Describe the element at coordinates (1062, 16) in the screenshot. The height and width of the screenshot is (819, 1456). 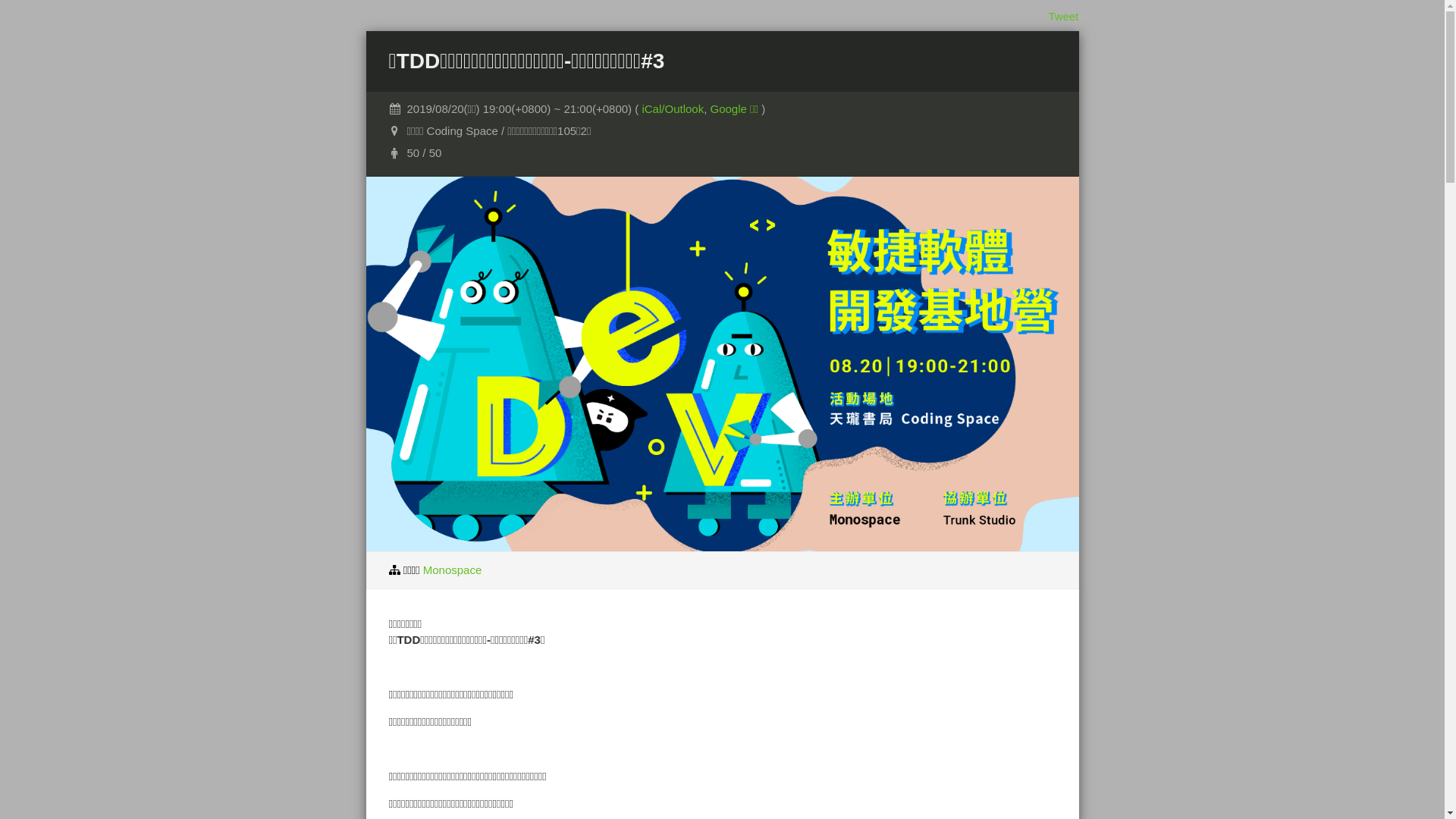
I see `'Tweet'` at that location.